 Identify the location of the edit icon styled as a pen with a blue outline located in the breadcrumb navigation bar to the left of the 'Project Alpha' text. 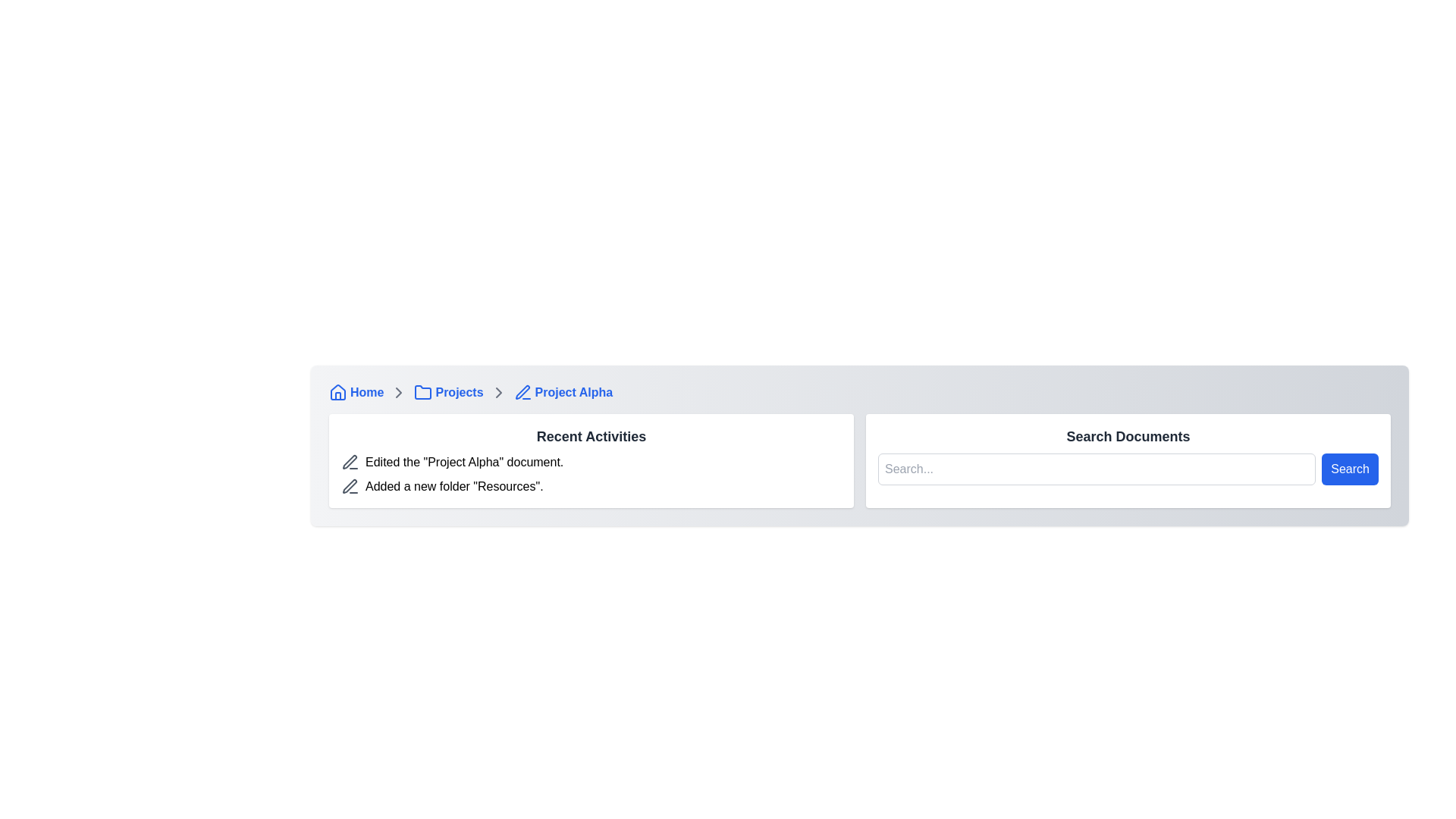
(522, 391).